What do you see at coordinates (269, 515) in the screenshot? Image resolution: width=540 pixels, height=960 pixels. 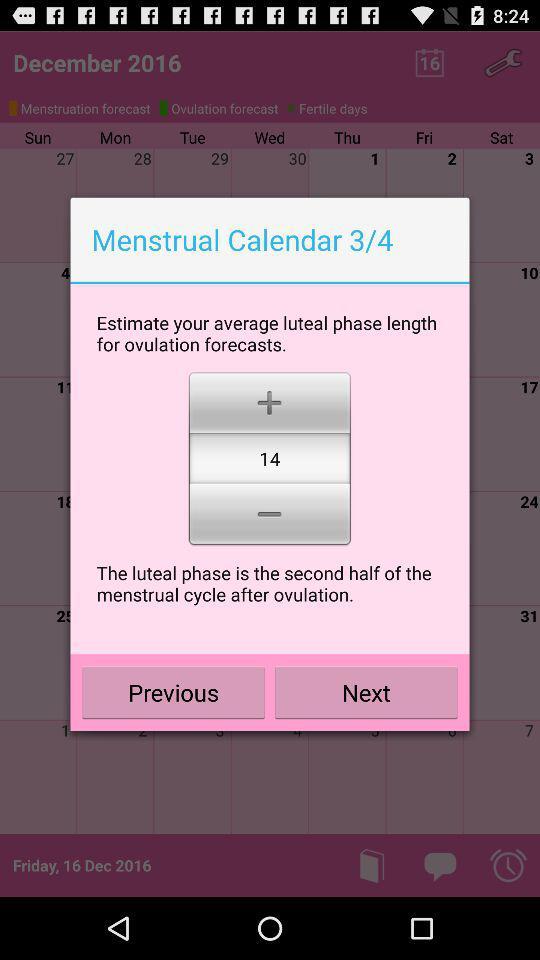 I see `item above the luteal phase app` at bounding box center [269, 515].